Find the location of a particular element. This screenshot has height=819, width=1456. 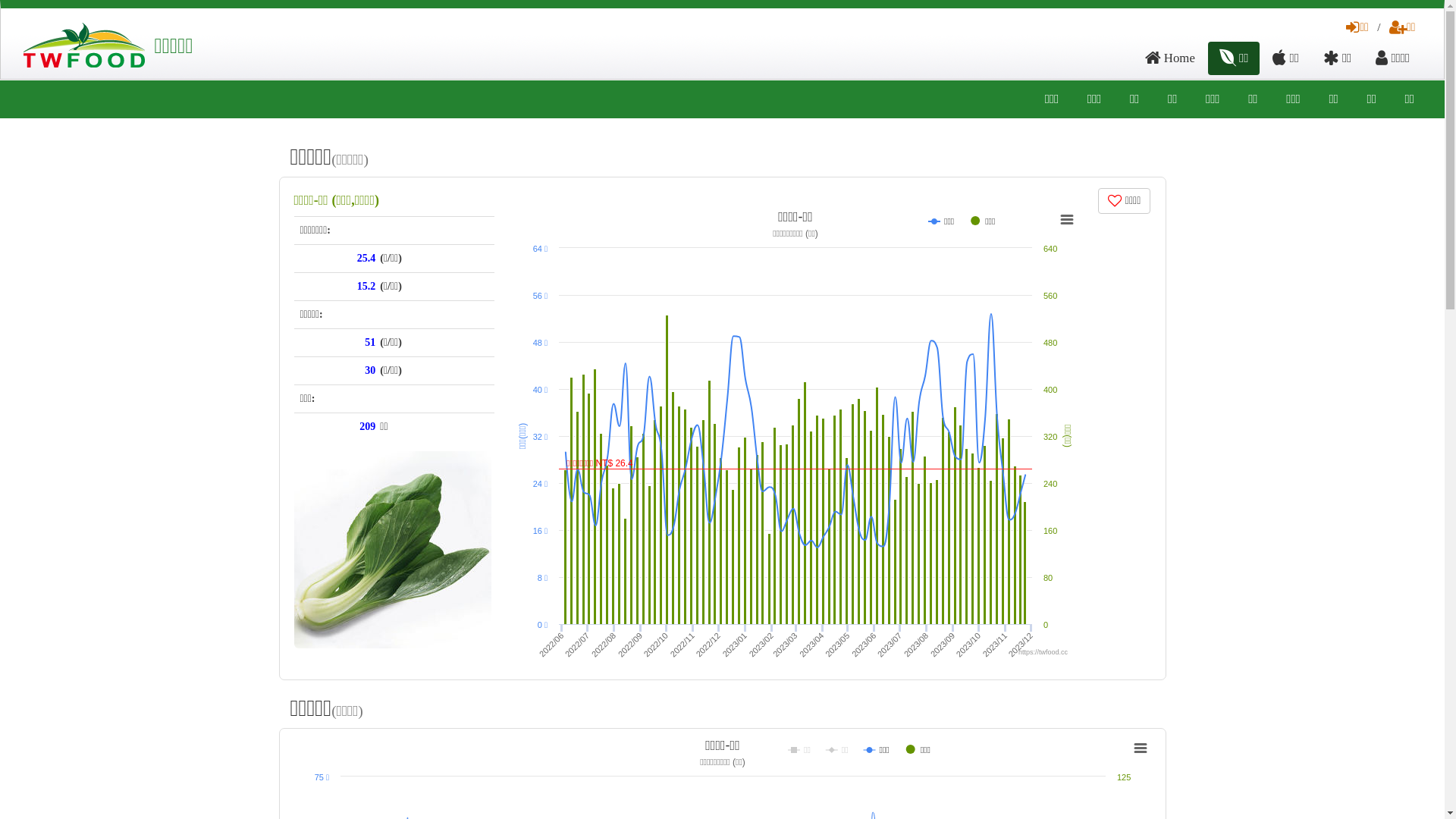

'Home' is located at coordinates (1169, 58).